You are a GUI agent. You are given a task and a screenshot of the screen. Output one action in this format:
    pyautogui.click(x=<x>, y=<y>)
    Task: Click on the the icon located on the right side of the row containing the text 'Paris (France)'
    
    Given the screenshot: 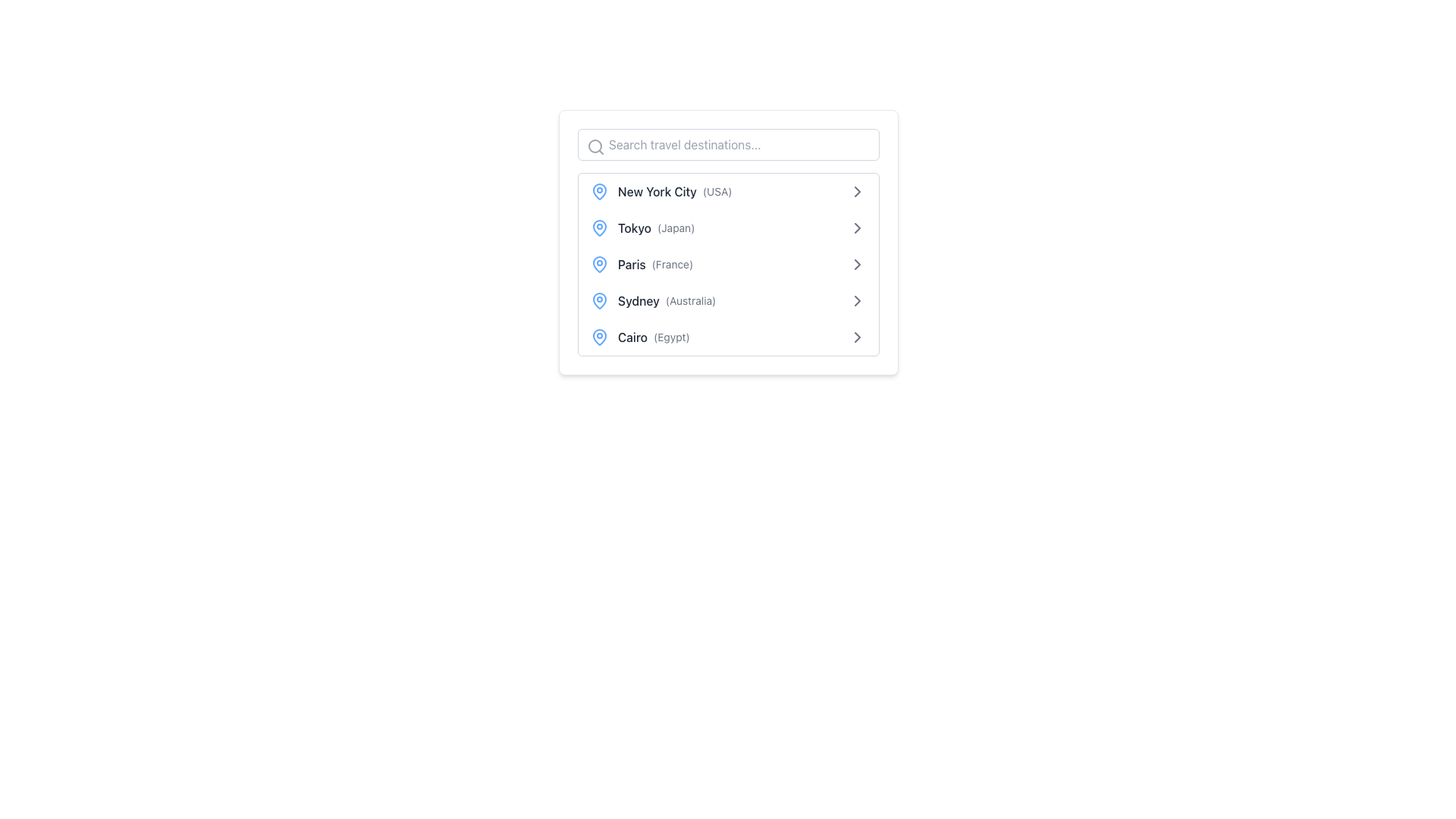 What is the action you would take?
    pyautogui.click(x=858, y=263)
    